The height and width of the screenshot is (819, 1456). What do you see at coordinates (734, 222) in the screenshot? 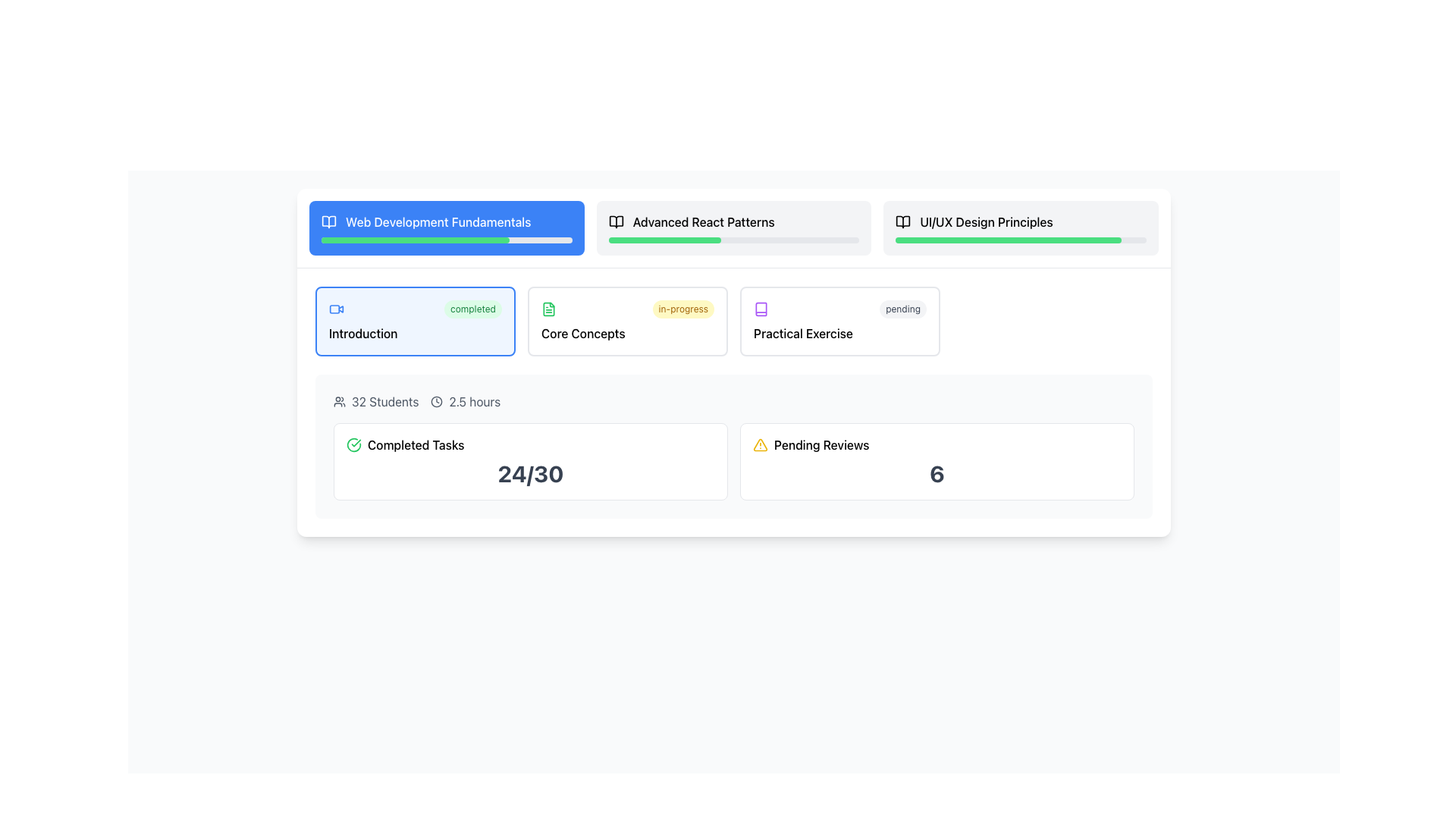
I see `the text with icon label 'Advanced React Patterns' which is positioned between 'Web Development Fundamentals' and 'UI/UX Design Principles'` at bounding box center [734, 222].